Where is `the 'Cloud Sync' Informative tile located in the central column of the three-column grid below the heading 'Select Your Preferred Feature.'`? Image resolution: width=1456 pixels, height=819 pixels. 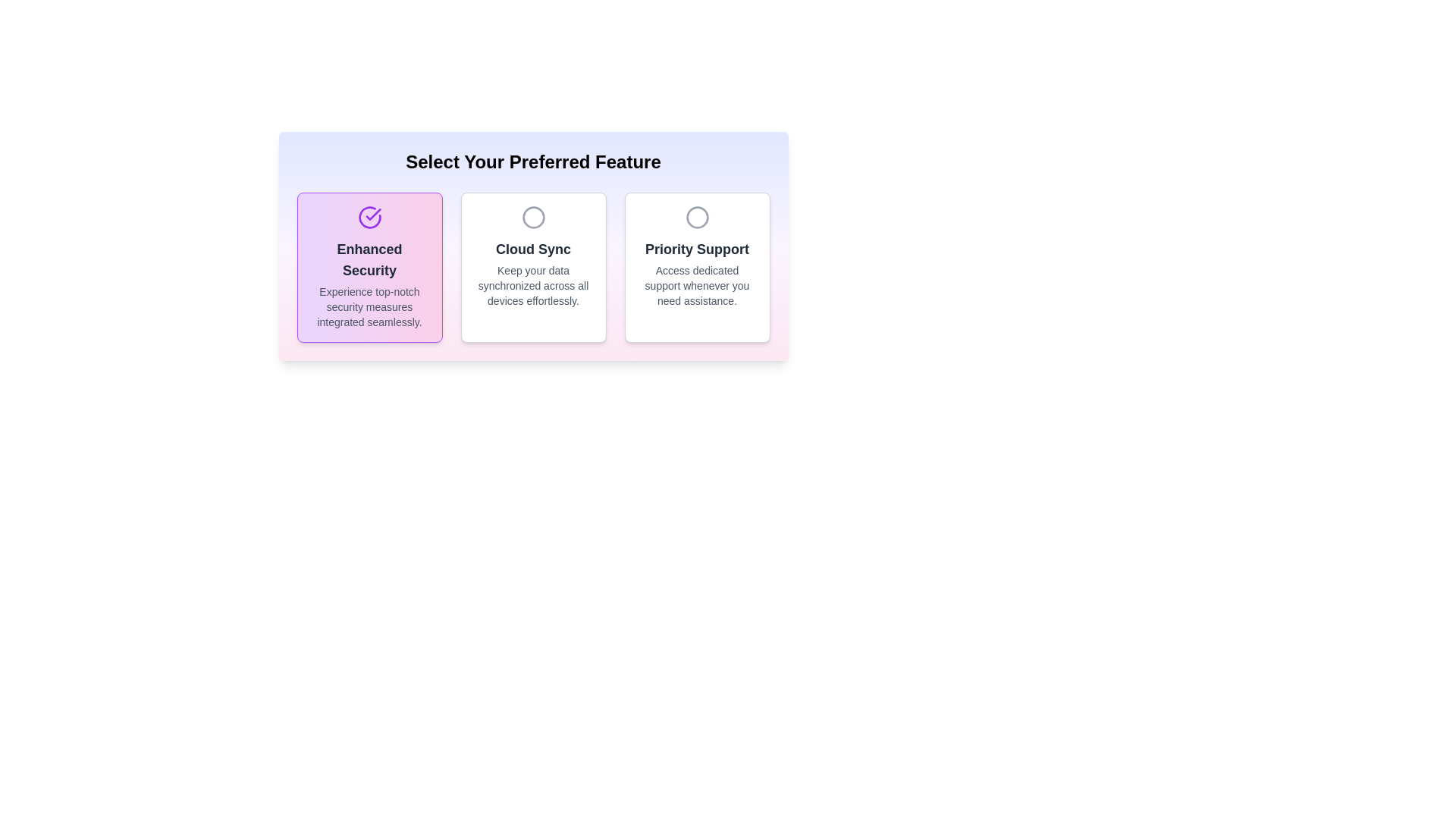
the 'Cloud Sync' Informative tile located in the central column of the three-column grid below the heading 'Select Your Preferred Feature.' is located at coordinates (533, 267).